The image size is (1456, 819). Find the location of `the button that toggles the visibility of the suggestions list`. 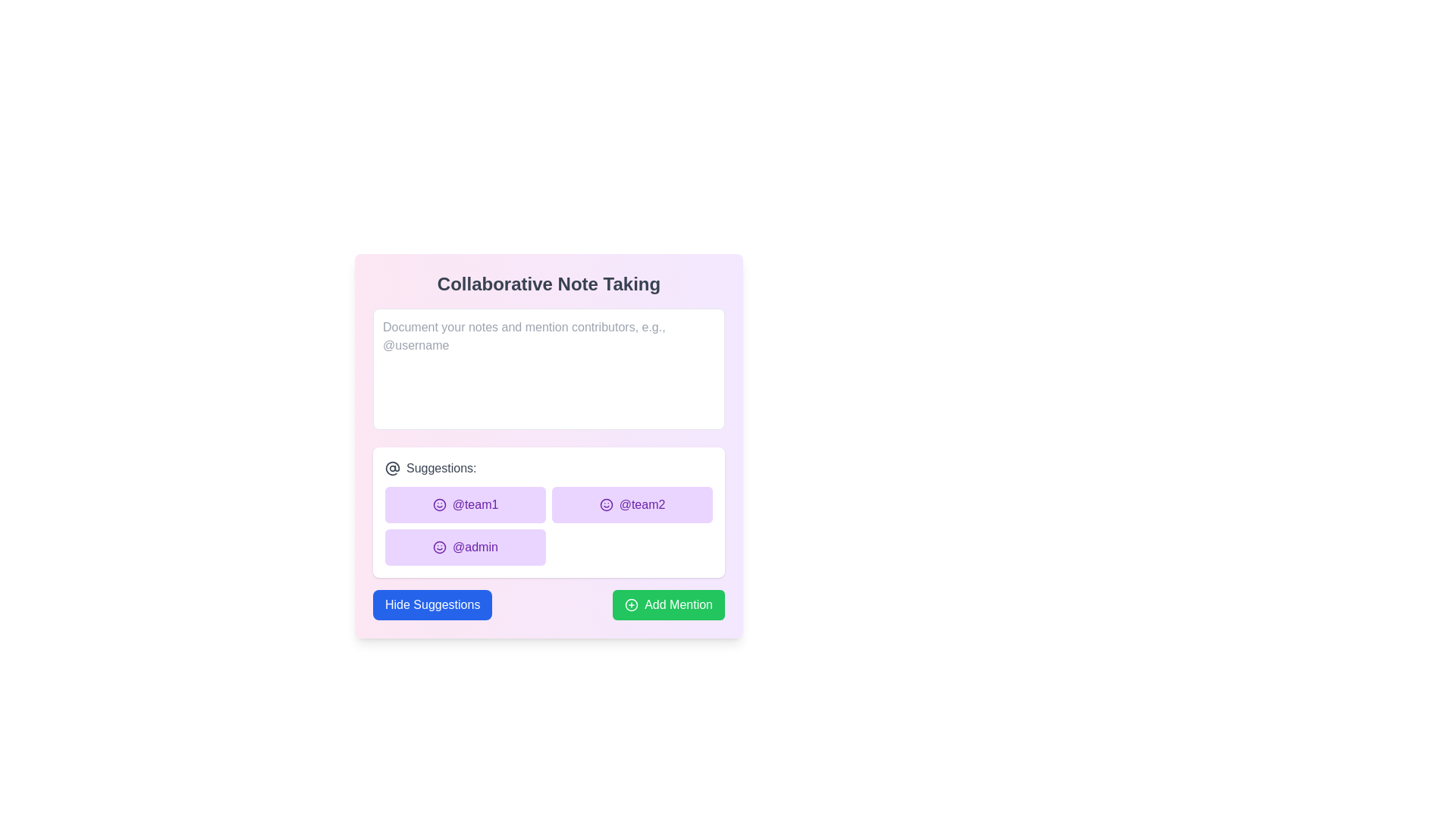

the button that toggles the visibility of the suggestions list is located at coordinates (431, 604).